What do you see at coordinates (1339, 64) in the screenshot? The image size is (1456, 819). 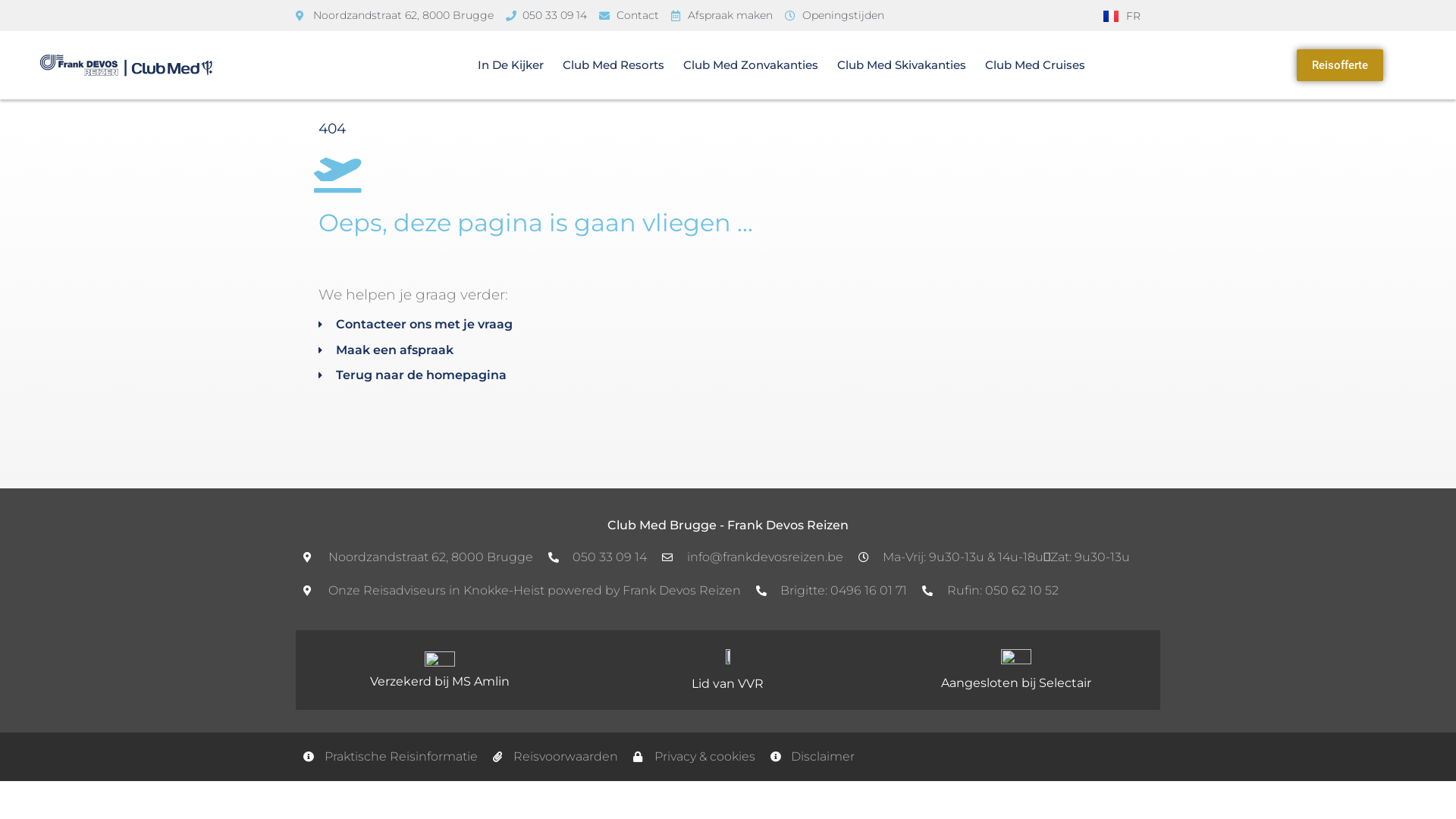 I see `'Reisofferte'` at bounding box center [1339, 64].